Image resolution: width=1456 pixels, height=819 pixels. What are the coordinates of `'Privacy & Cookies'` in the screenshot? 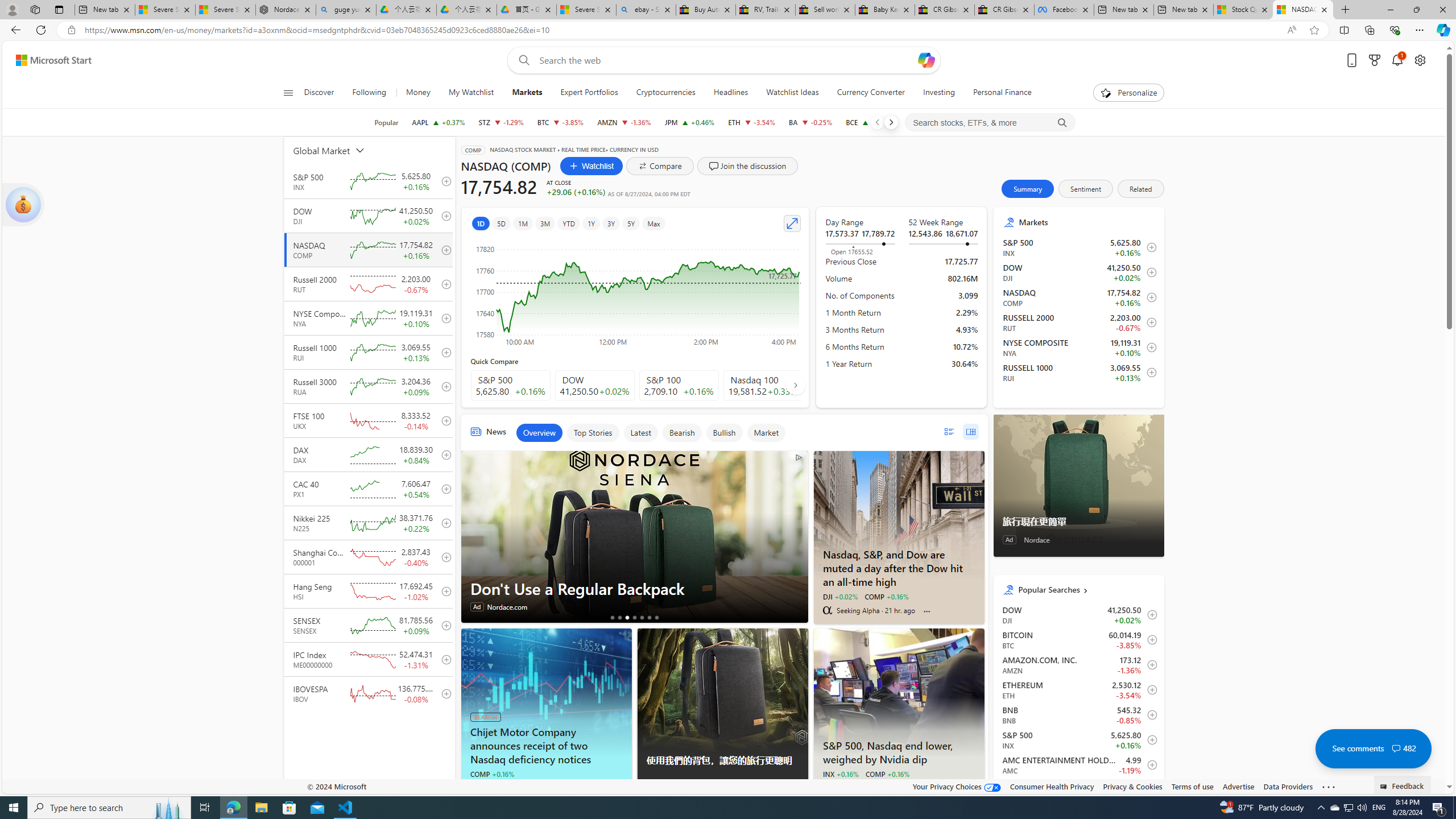 It's located at (1131, 786).